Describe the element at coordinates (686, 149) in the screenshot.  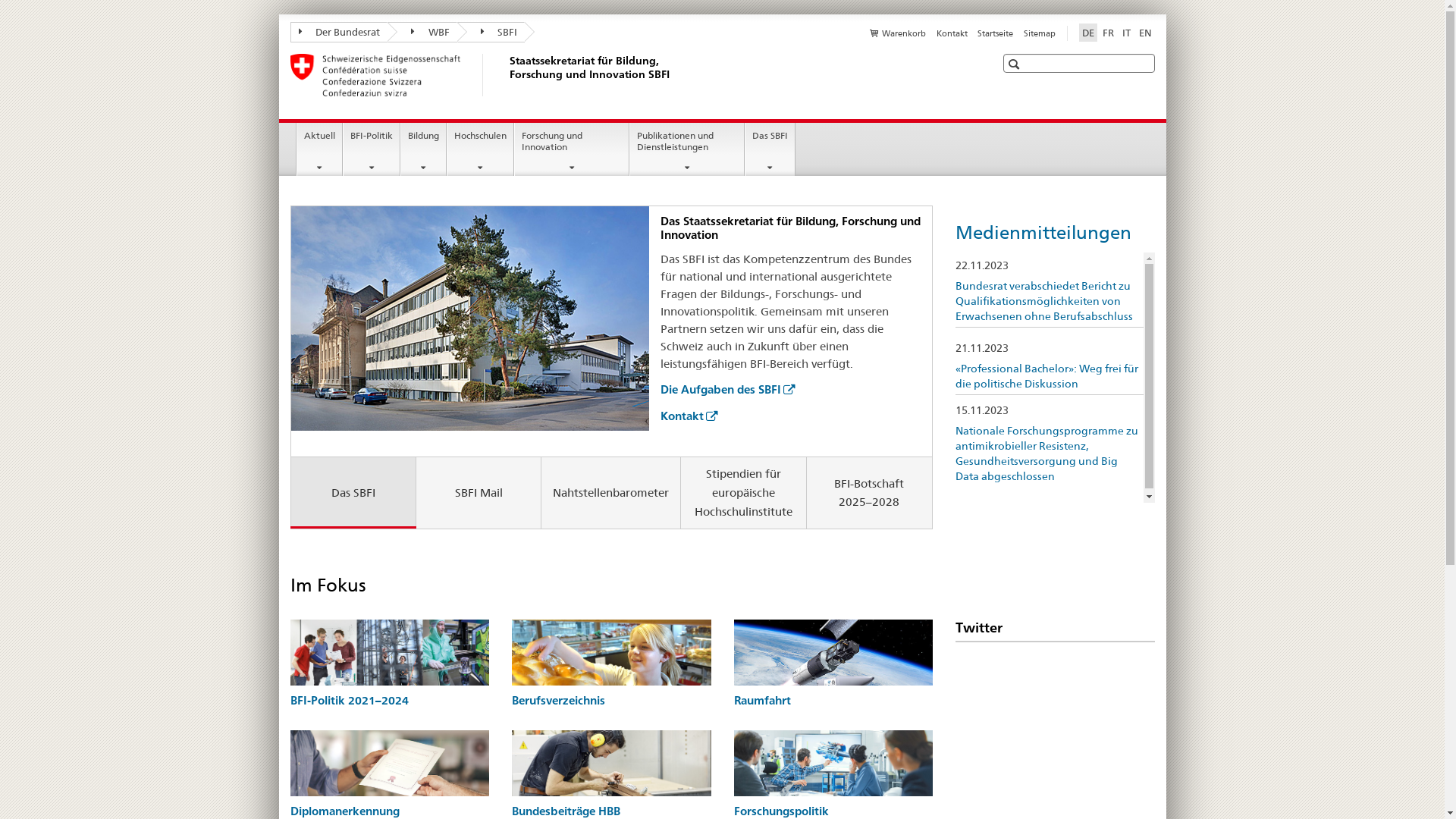
I see `'Publikationen und Dienstleistungen'` at that location.